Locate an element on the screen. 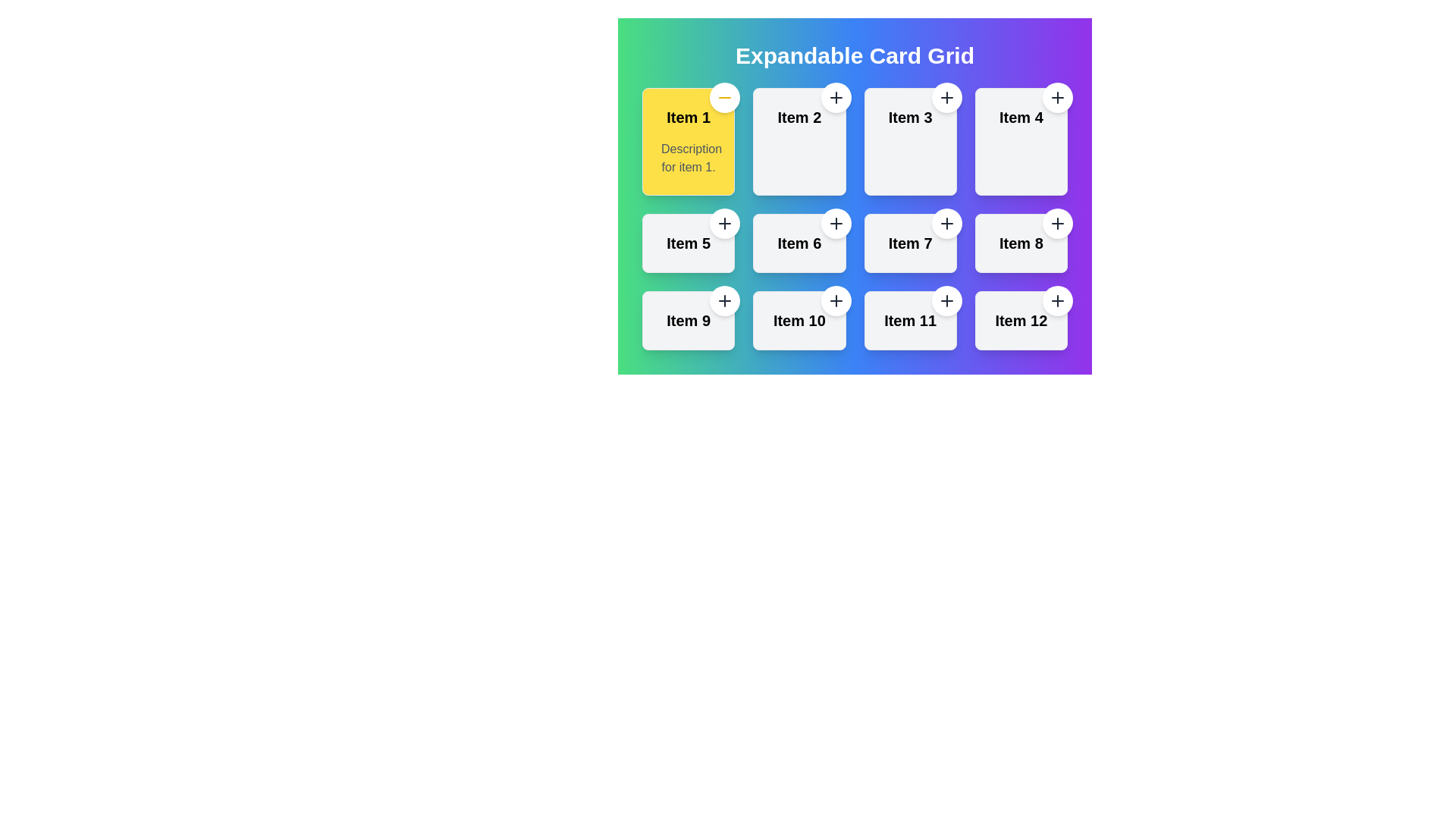 This screenshot has width=1456, height=819. the small plus sign icon button located at the top-right corner of the card labeled 'Item 9' is located at coordinates (724, 301).